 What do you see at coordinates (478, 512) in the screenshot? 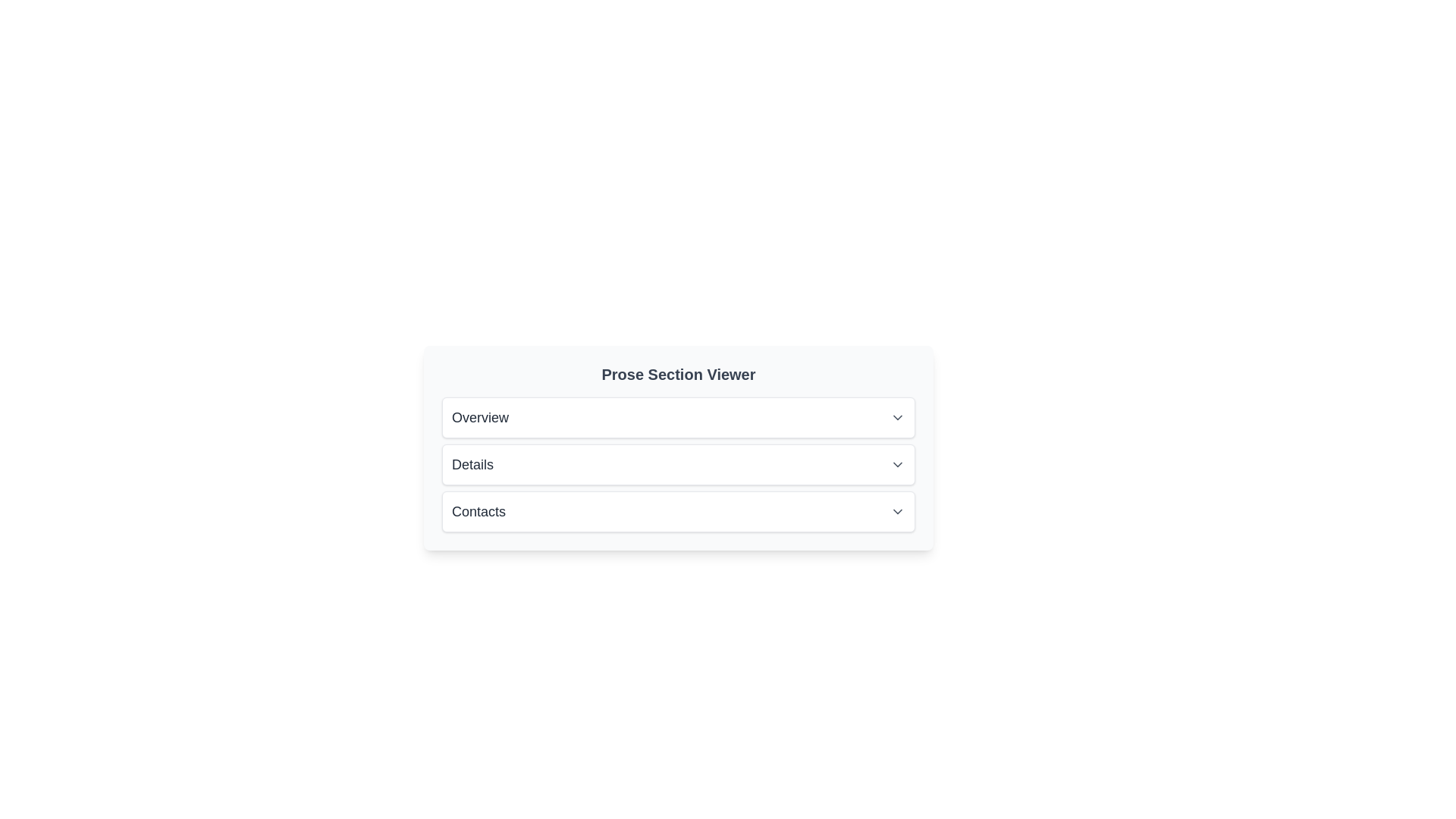
I see `the Text label that identifies the collapsible section, located in the lower part of the vertical stack of 'Overview', 'Details', and 'Contacts'` at bounding box center [478, 512].